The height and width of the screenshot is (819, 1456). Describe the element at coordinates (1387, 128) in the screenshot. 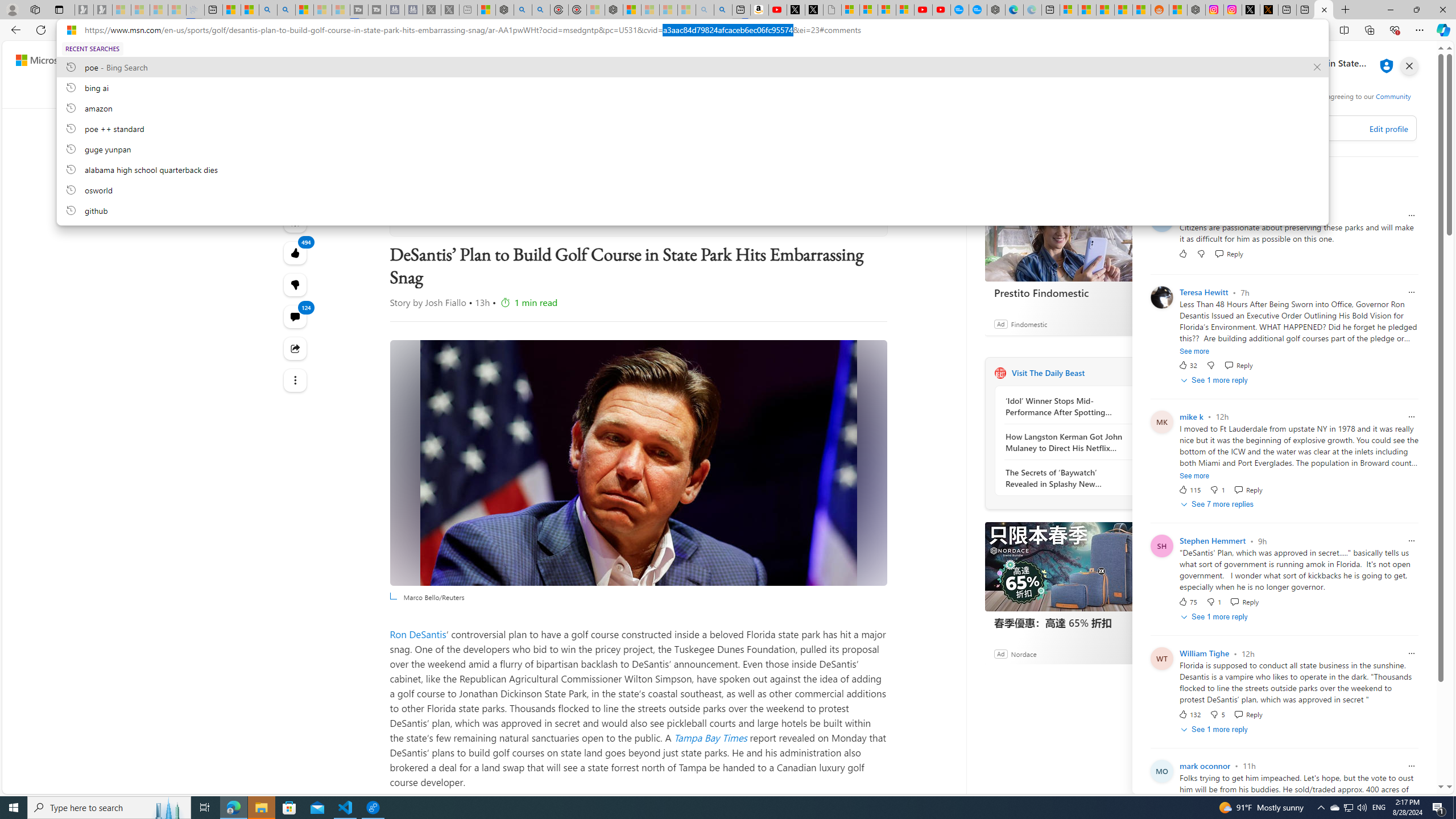

I see `'Edit profile'` at that location.